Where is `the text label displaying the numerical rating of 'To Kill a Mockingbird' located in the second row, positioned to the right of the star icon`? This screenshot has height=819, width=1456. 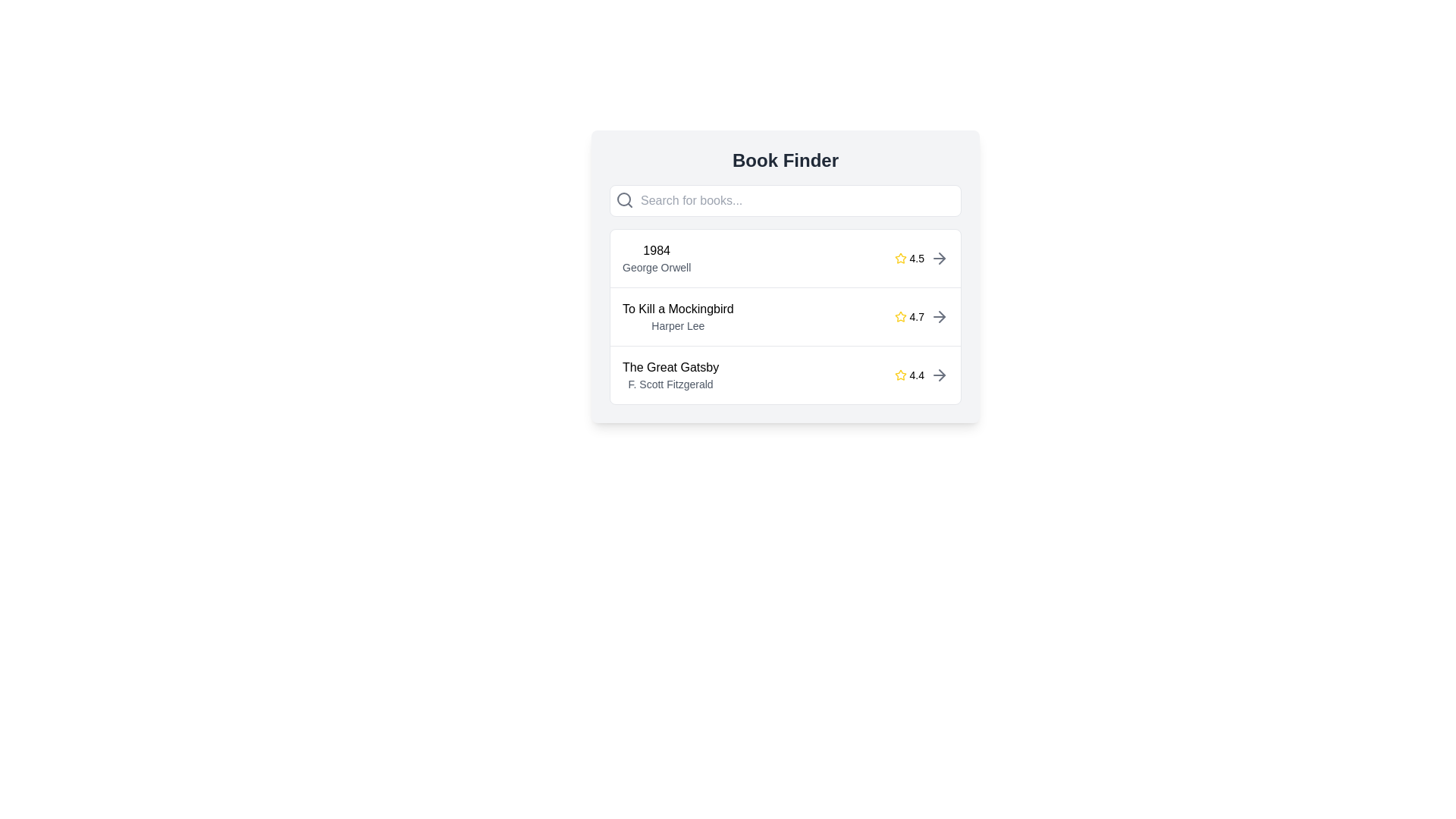
the text label displaying the numerical rating of 'To Kill a Mockingbird' located in the second row, positioned to the right of the star icon is located at coordinates (916, 315).